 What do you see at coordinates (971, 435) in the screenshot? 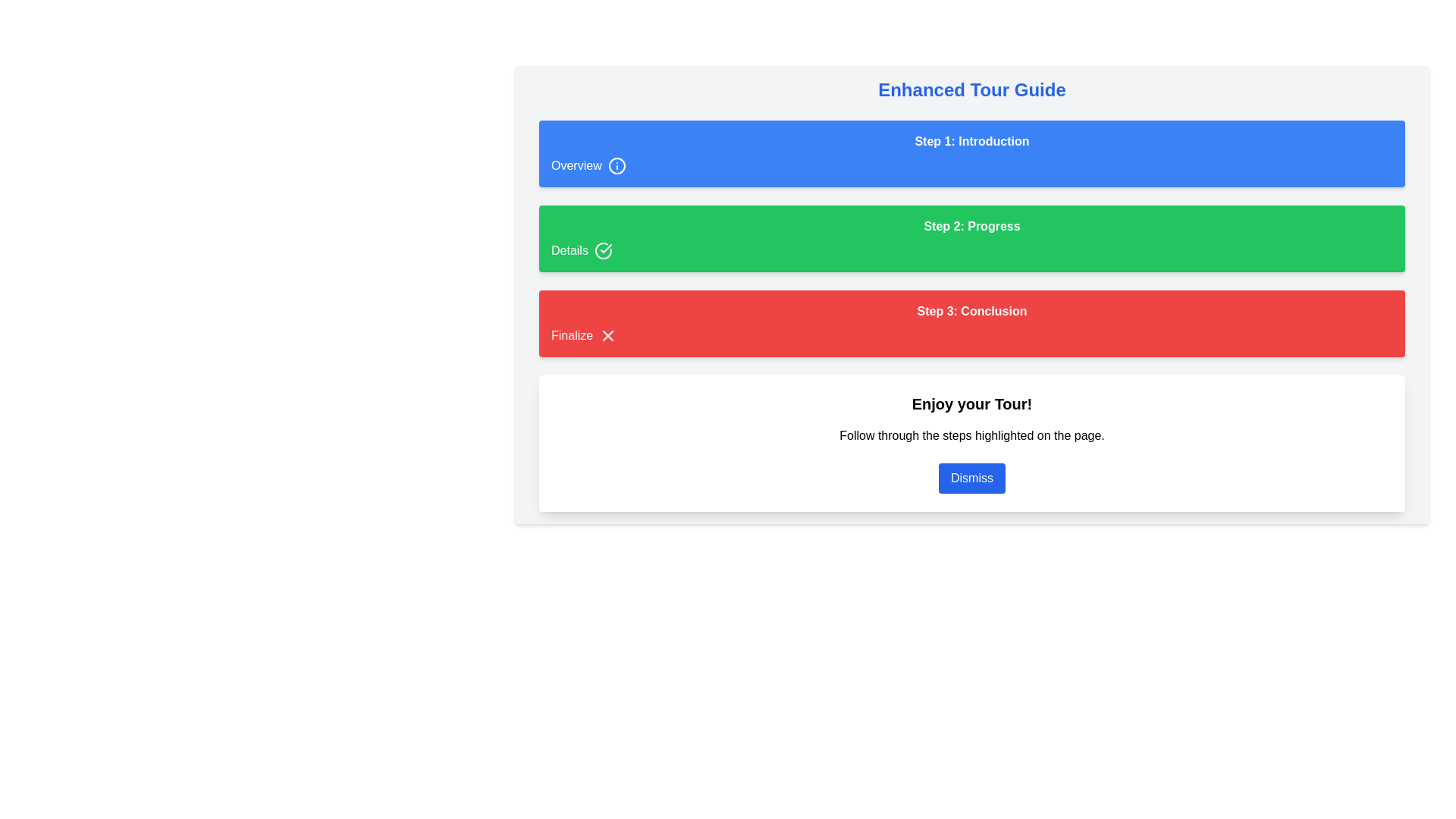
I see `the static text displaying 'Follow through the steps highlighted on the page.' which is located between the title 'Enjoy your Tour!' and the button labeled 'Dismiss'` at bounding box center [971, 435].